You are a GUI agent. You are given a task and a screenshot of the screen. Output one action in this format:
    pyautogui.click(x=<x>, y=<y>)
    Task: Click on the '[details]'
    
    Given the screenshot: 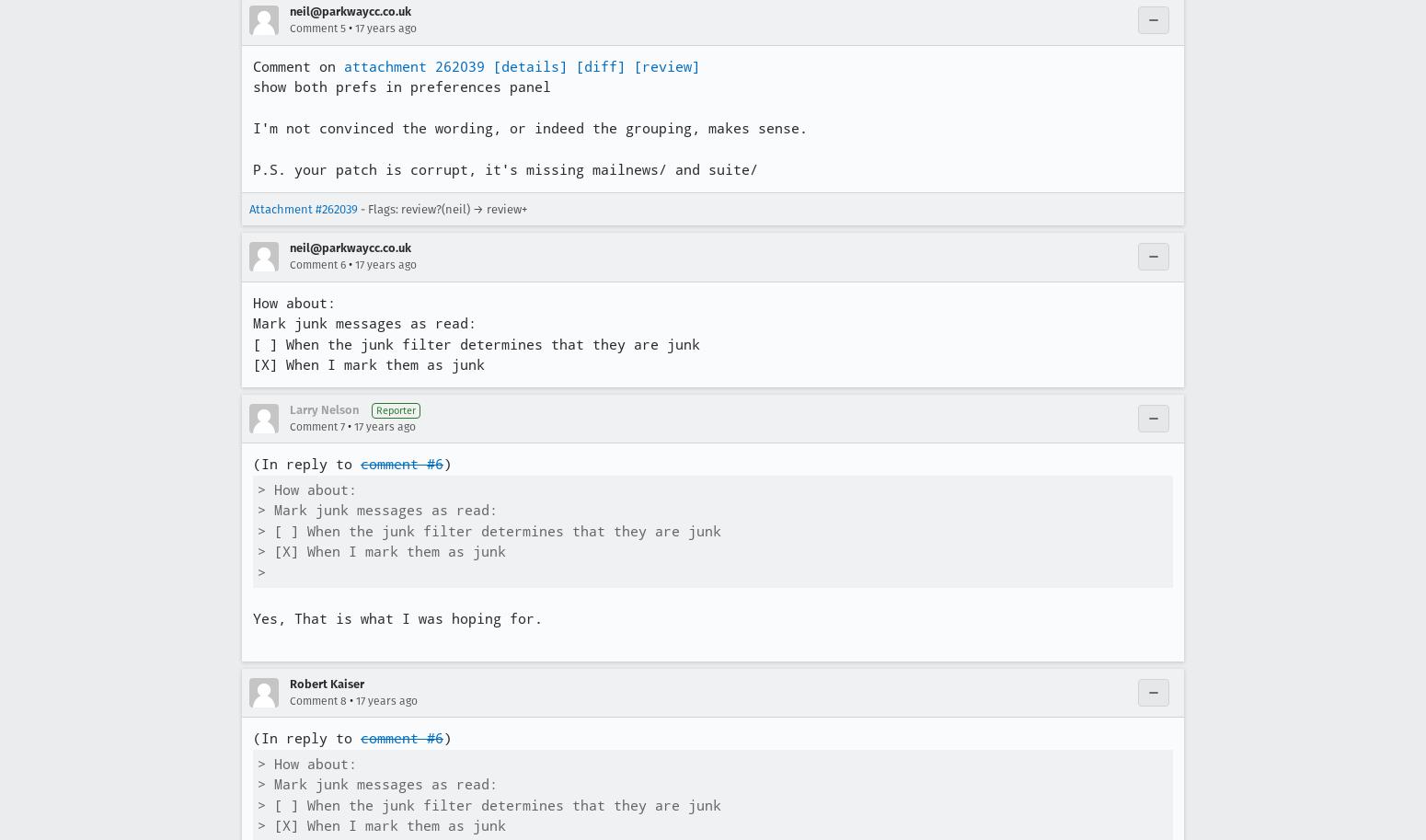 What is the action you would take?
    pyautogui.click(x=530, y=65)
    